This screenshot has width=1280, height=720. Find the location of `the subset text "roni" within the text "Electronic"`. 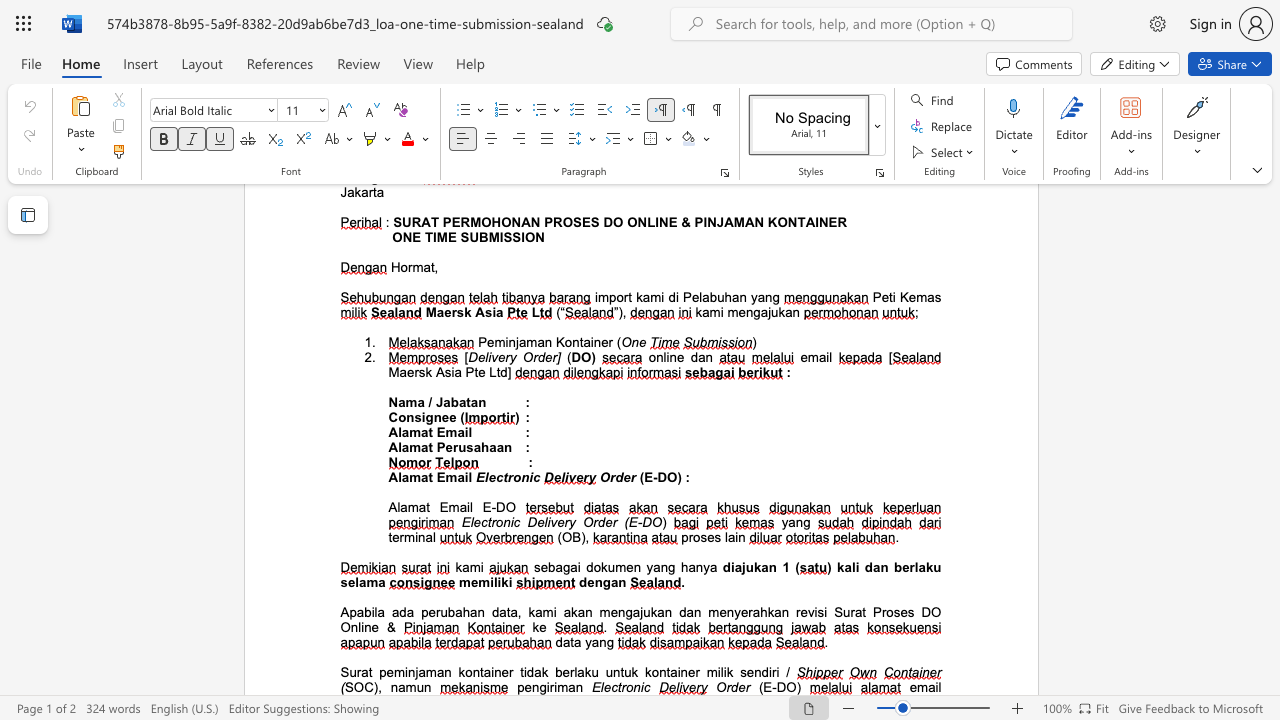

the subset text "roni" within the text "Electronic" is located at coordinates (620, 686).